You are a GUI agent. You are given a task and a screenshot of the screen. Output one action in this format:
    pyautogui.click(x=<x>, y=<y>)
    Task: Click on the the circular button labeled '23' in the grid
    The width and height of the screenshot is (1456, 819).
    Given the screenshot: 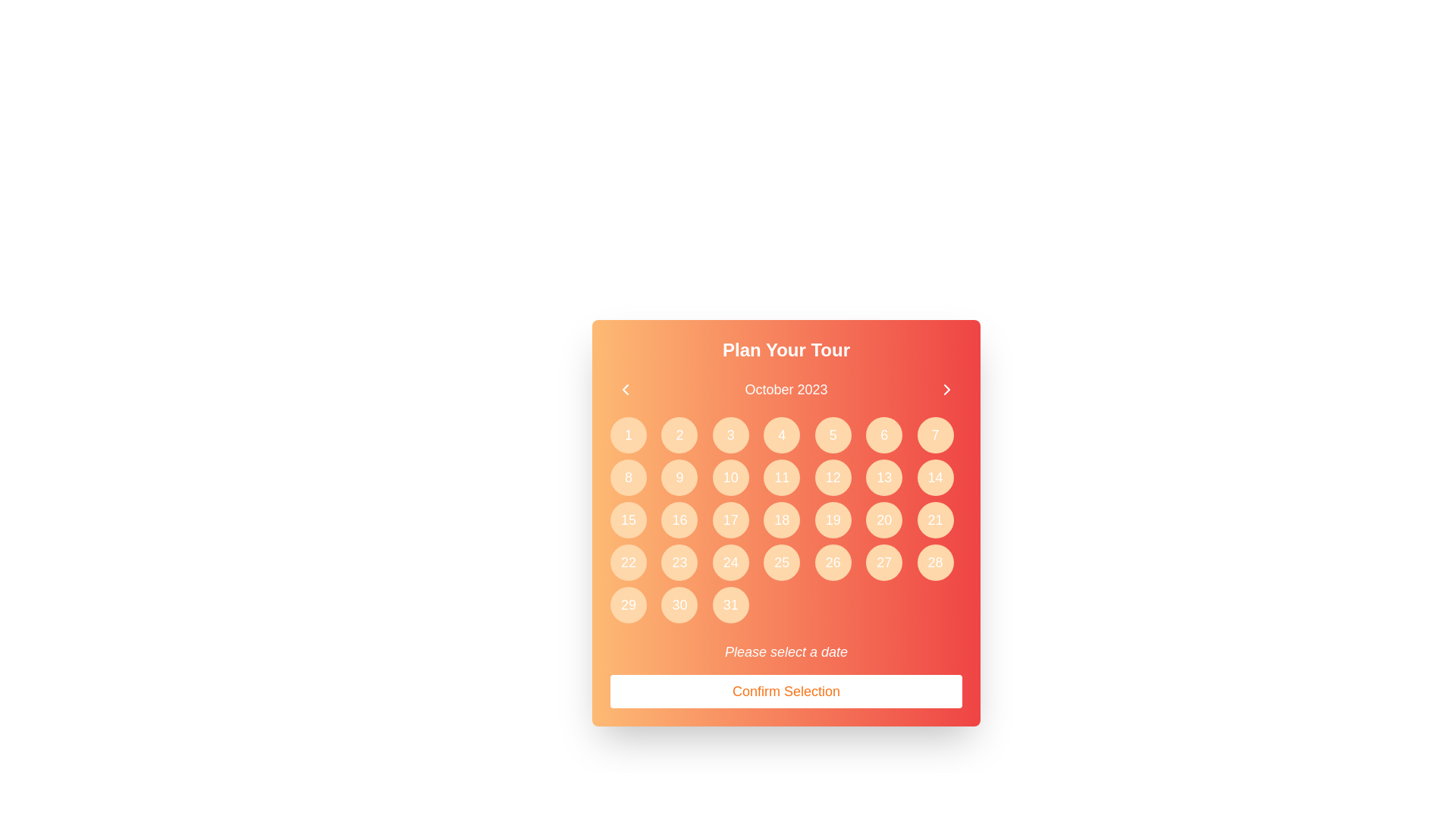 What is the action you would take?
    pyautogui.click(x=679, y=562)
    